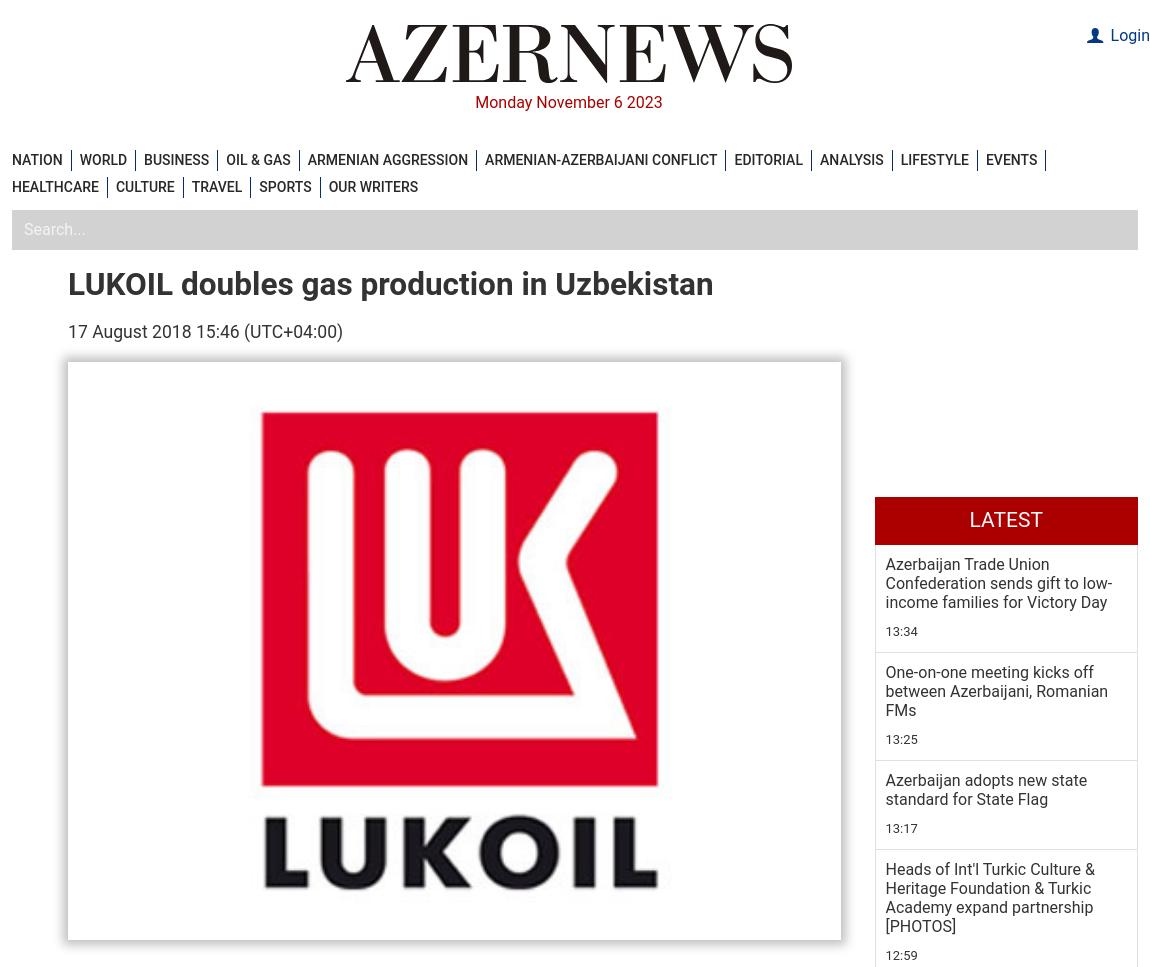 The image size is (1150, 967). What do you see at coordinates (1000, 218) in the screenshot?
I see `'EU continues to buy goods from Moscow despite 11 packages of sanctions'` at bounding box center [1000, 218].